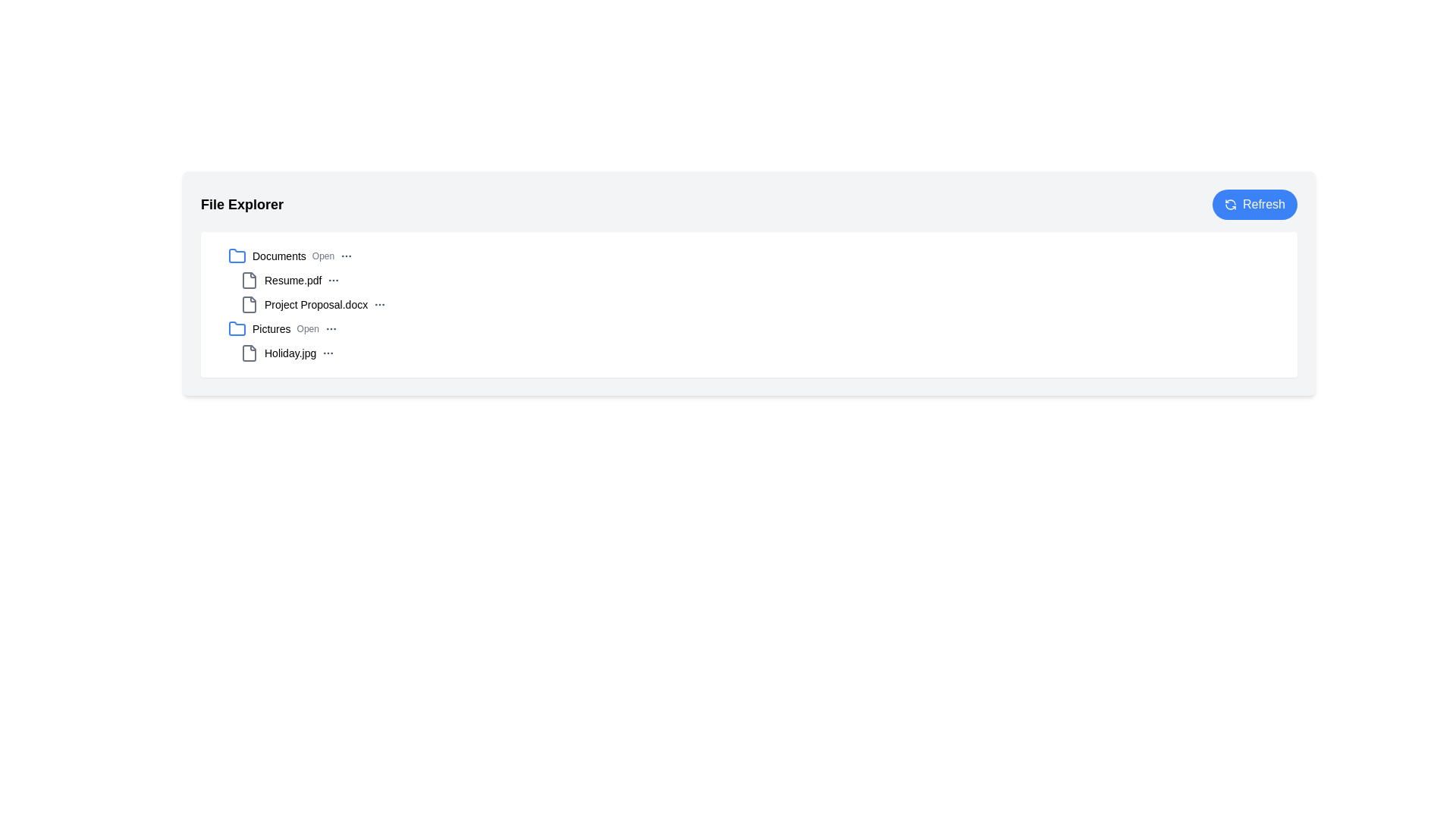 The height and width of the screenshot is (819, 1456). Describe the element at coordinates (236, 328) in the screenshot. I see `the SVG Icon representing the folder named 'Pictures' located in the second row of the file list, immediately to the left of the 'Pictures' text label` at that location.